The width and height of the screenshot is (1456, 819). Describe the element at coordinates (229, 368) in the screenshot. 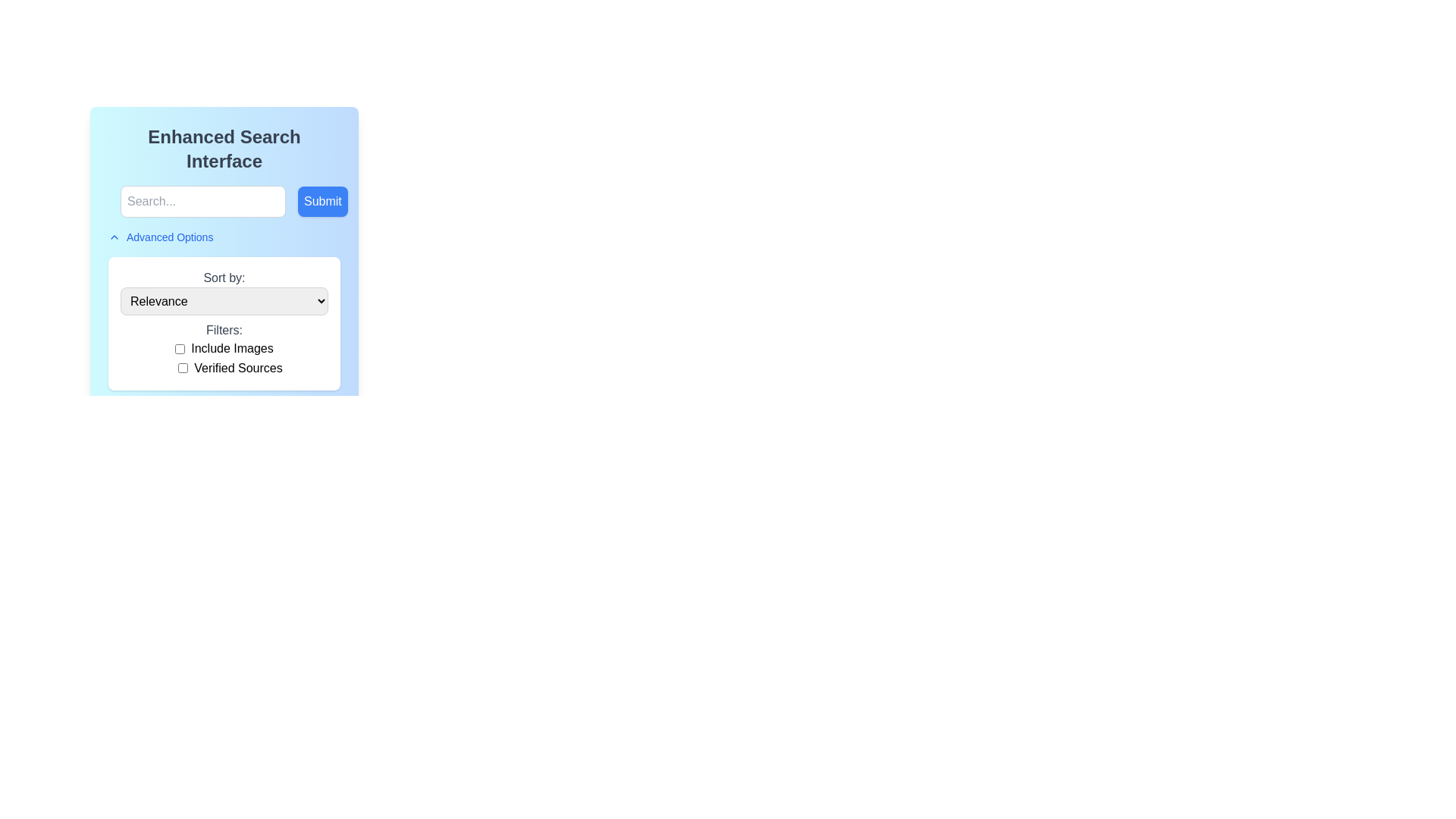

I see `the 'Verified Sources' checkbox located under the 'Filters' section` at that location.